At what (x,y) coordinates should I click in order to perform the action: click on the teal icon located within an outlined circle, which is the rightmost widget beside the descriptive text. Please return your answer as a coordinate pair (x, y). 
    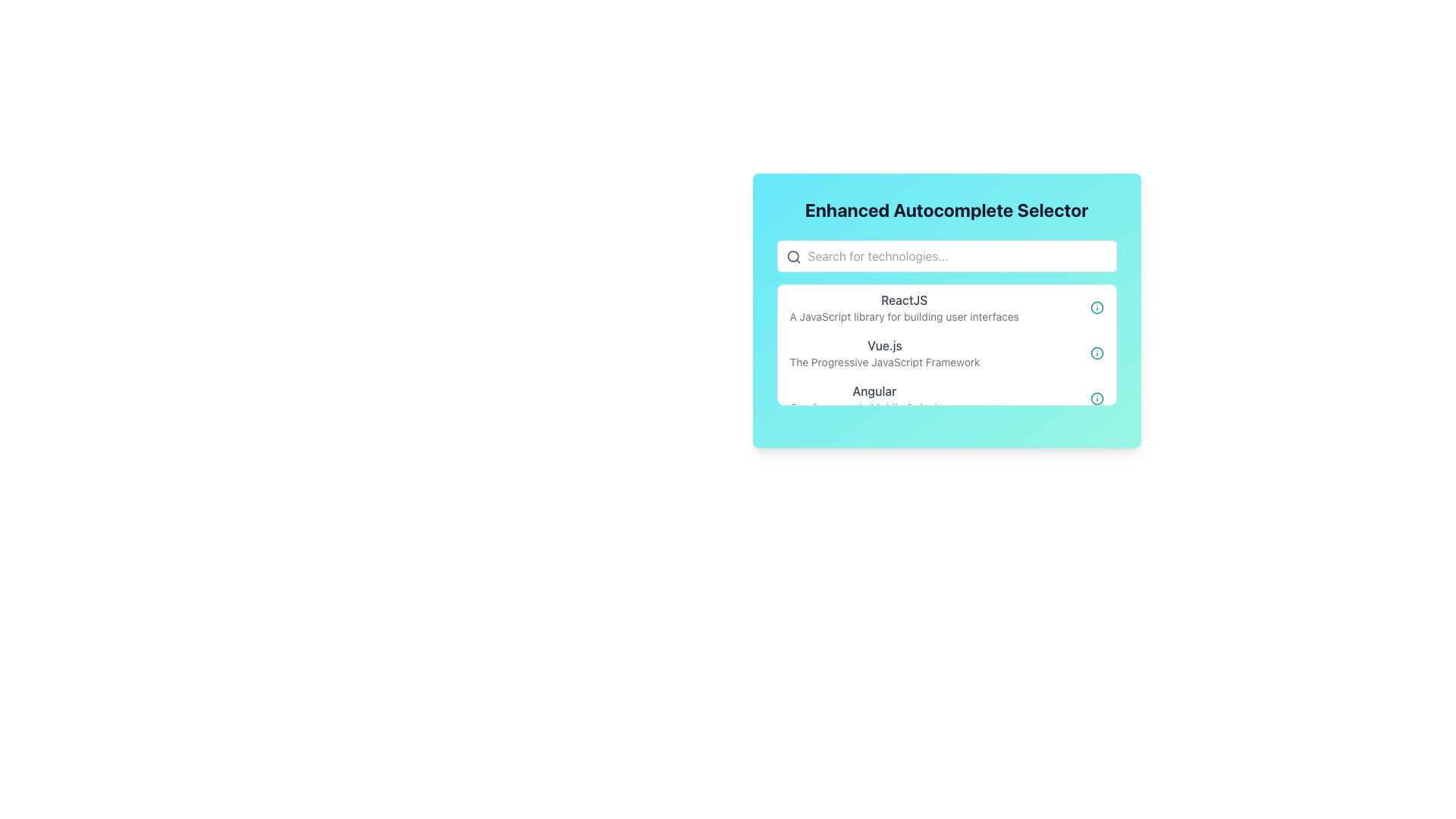
    Looking at the image, I should click on (1097, 444).